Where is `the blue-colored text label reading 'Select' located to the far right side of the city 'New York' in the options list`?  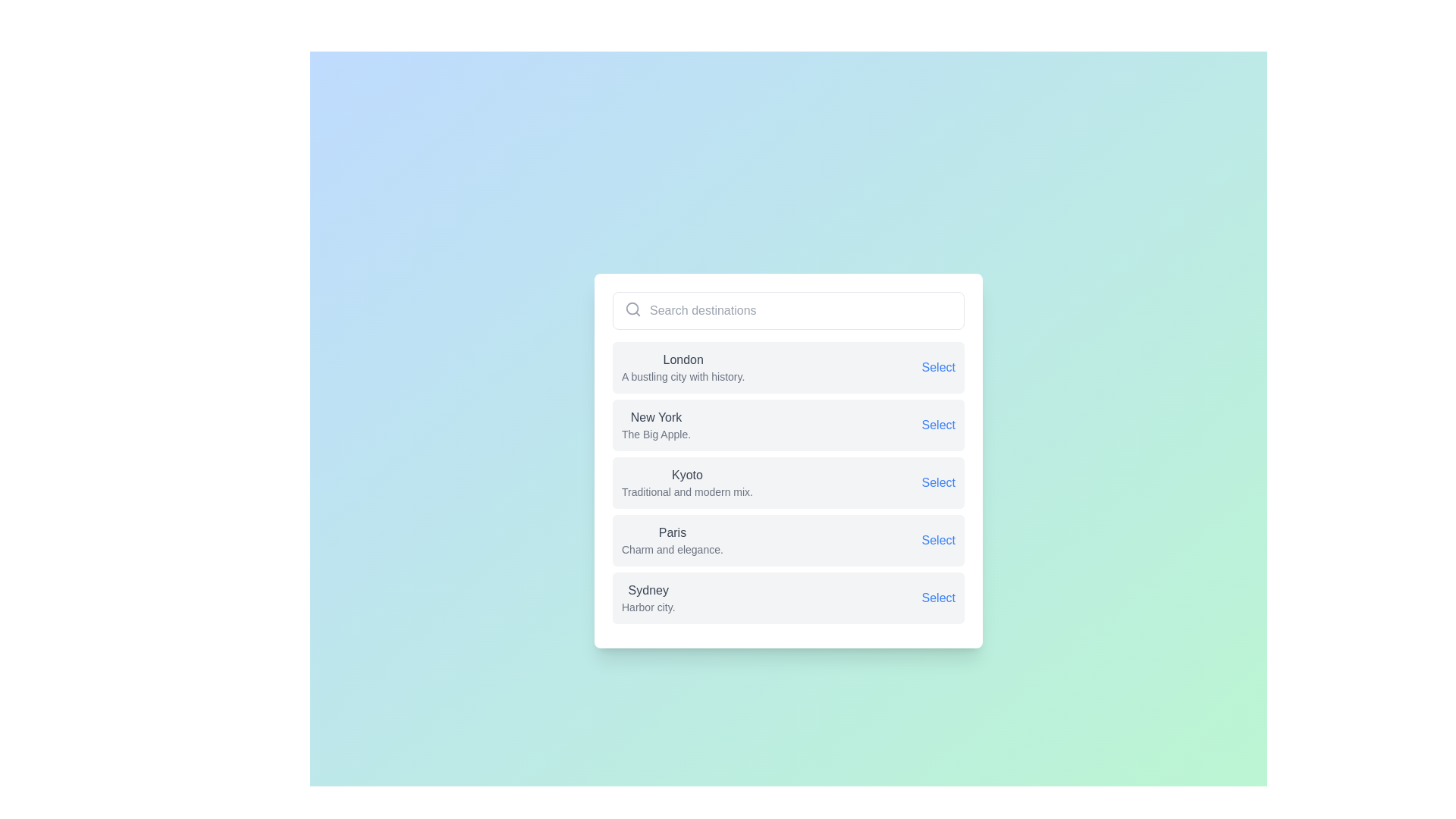
the blue-colored text label reading 'Select' located to the far right side of the city 'New York' in the options list is located at coordinates (937, 425).